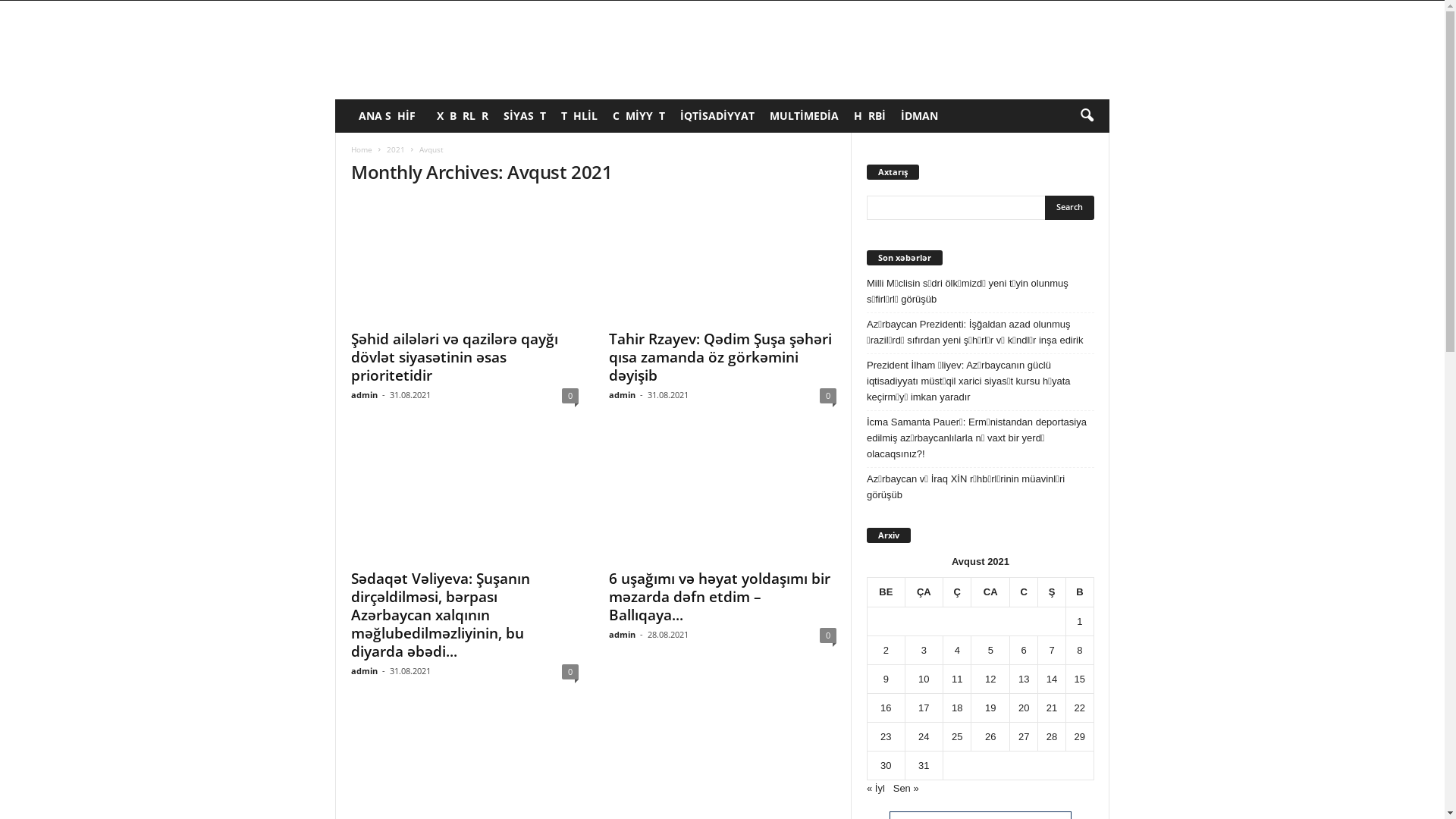  I want to click on '31', so click(917, 765).